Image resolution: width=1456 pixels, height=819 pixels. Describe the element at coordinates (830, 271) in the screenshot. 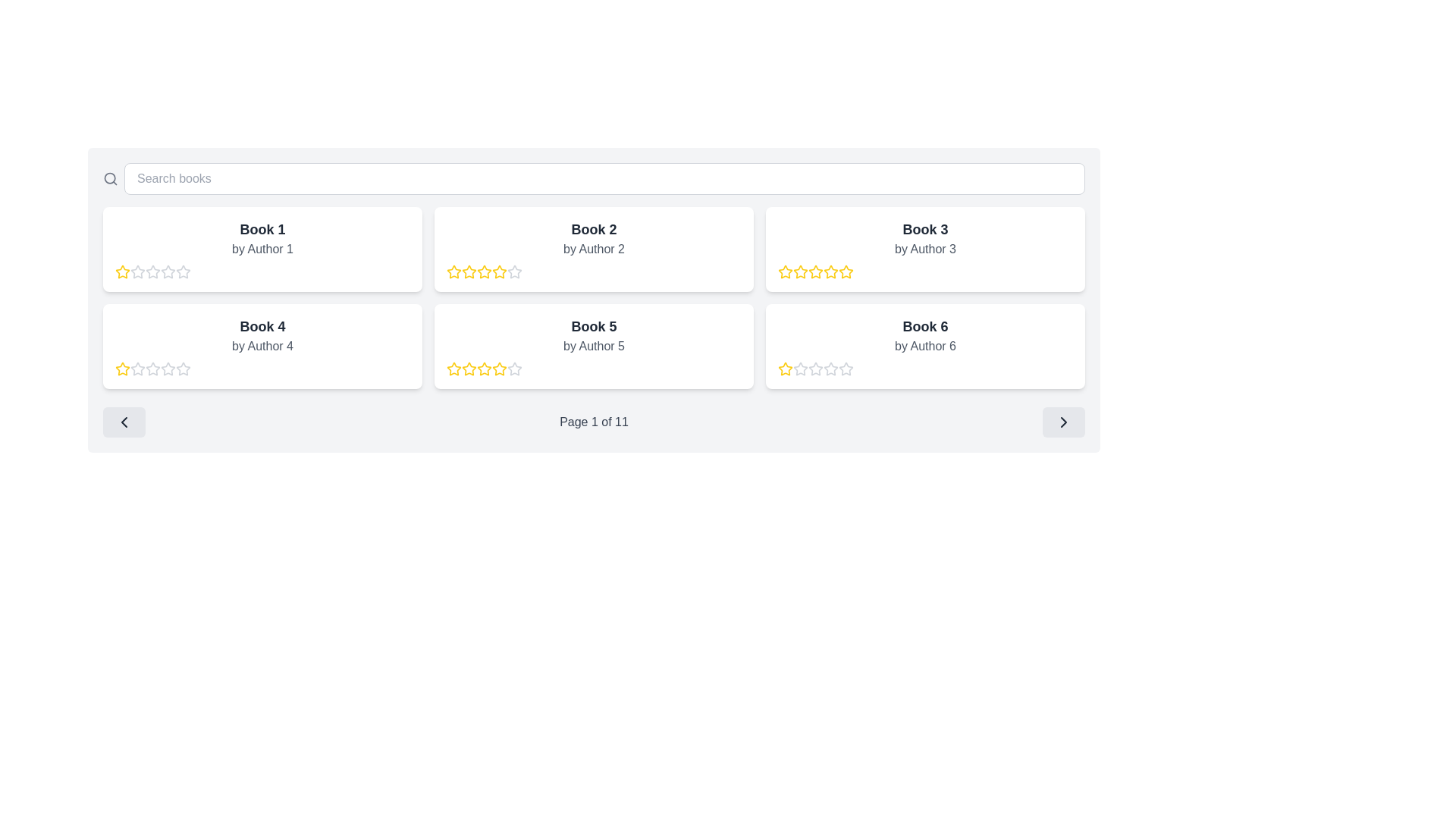

I see `the third interactive rating star with a yellow outline for 'Book 3' by 'Author 3'` at that location.